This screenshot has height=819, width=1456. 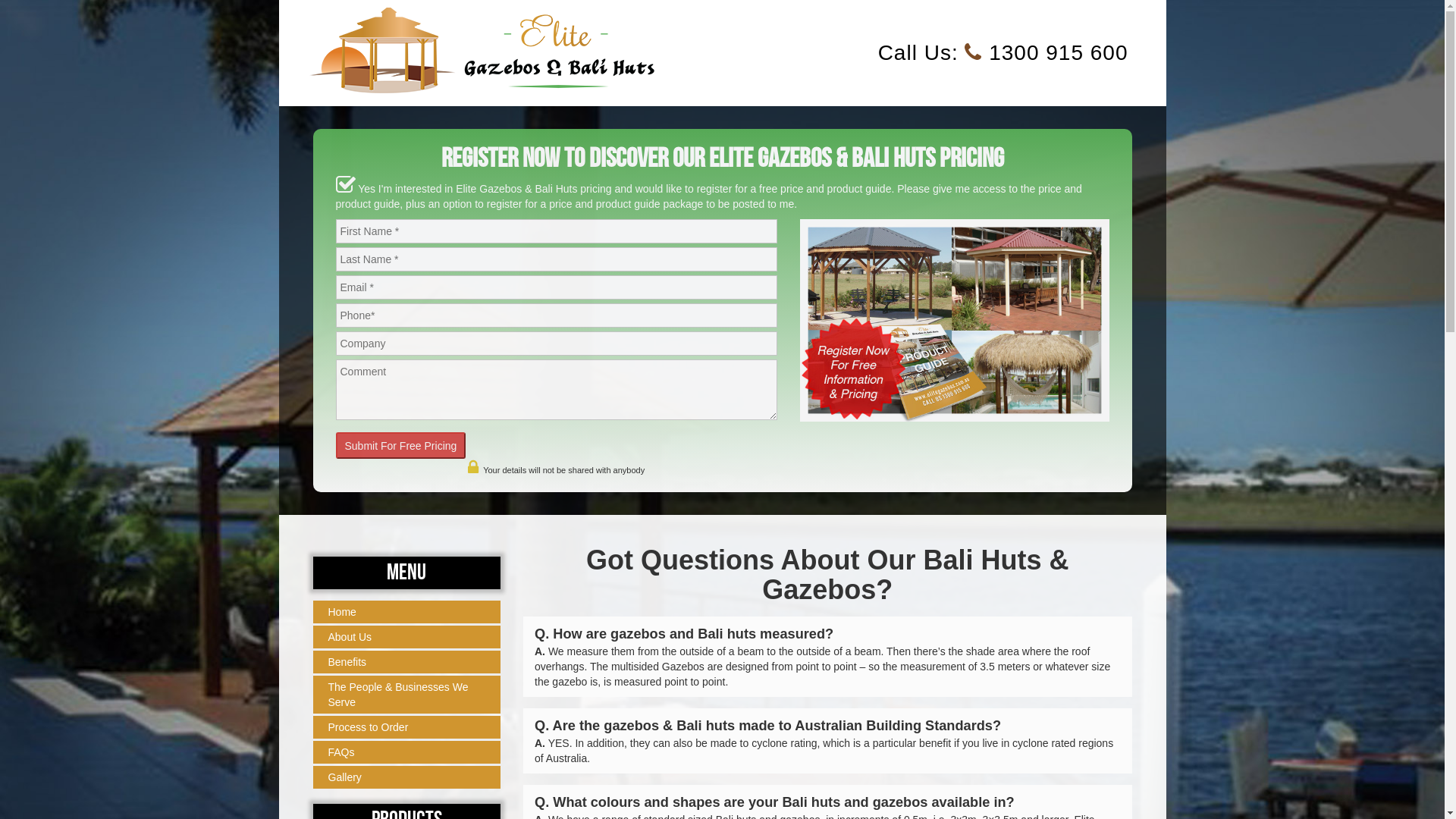 What do you see at coordinates (406, 694) in the screenshot?
I see `'The People & Businesses We Serve'` at bounding box center [406, 694].